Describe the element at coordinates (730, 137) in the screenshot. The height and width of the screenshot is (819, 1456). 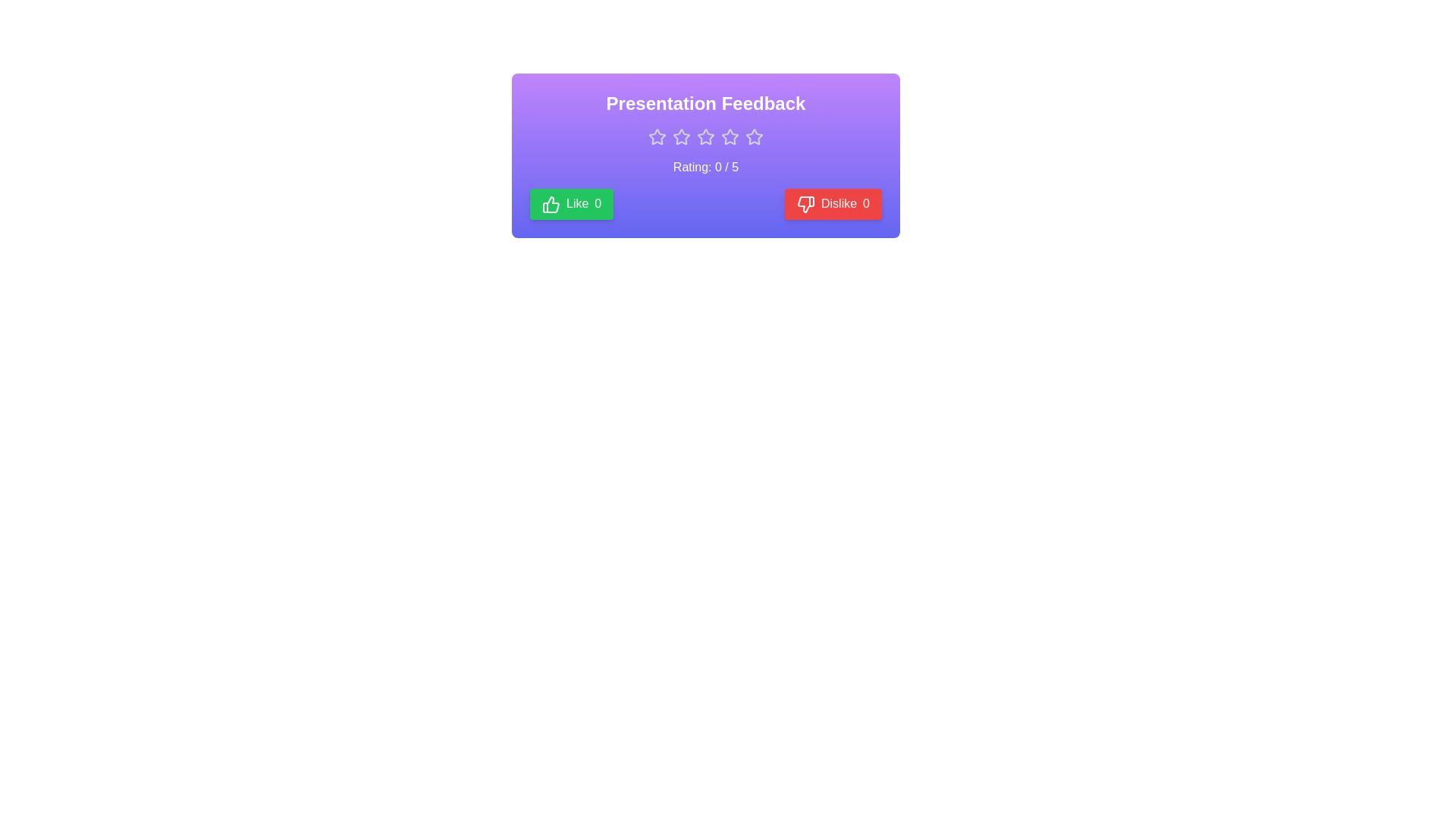
I see `the rating to 4 stars by clicking on the corresponding star` at that location.